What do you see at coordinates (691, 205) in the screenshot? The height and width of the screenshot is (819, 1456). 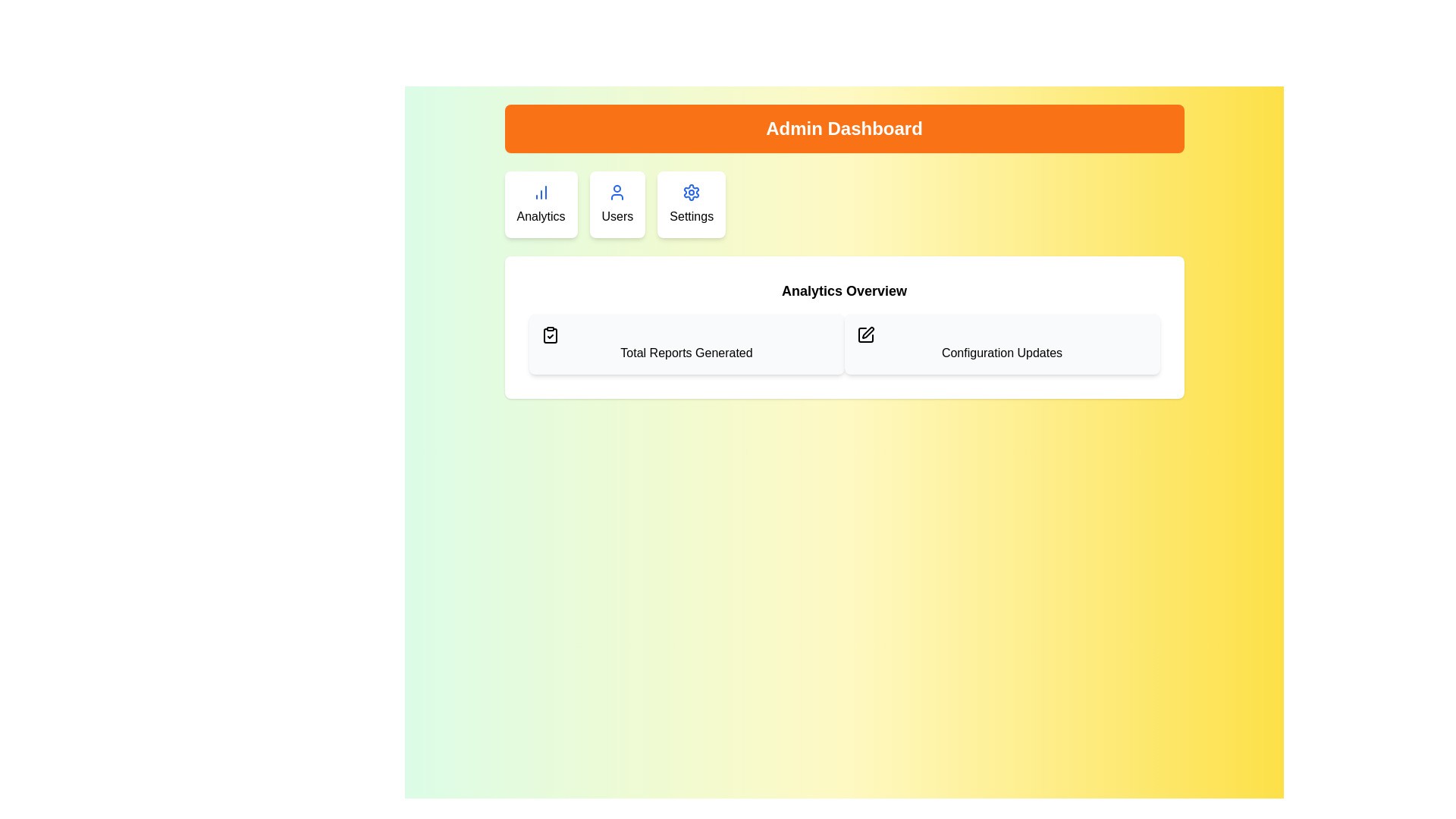 I see `the Settings menu button` at bounding box center [691, 205].